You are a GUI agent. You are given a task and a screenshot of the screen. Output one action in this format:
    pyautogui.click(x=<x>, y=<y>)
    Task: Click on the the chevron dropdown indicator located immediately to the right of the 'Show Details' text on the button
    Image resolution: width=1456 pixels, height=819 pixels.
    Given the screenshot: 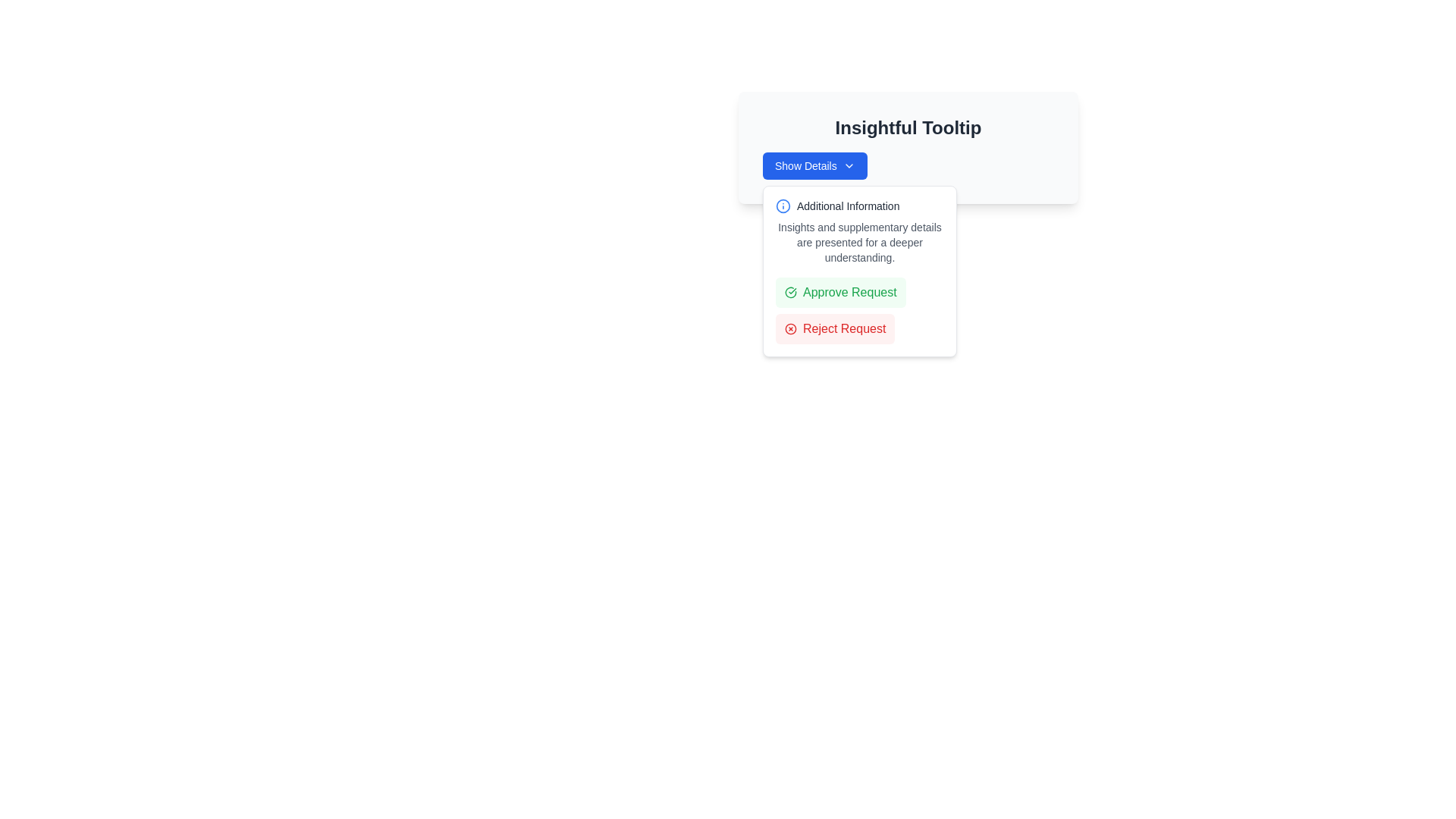 What is the action you would take?
    pyautogui.click(x=848, y=166)
    